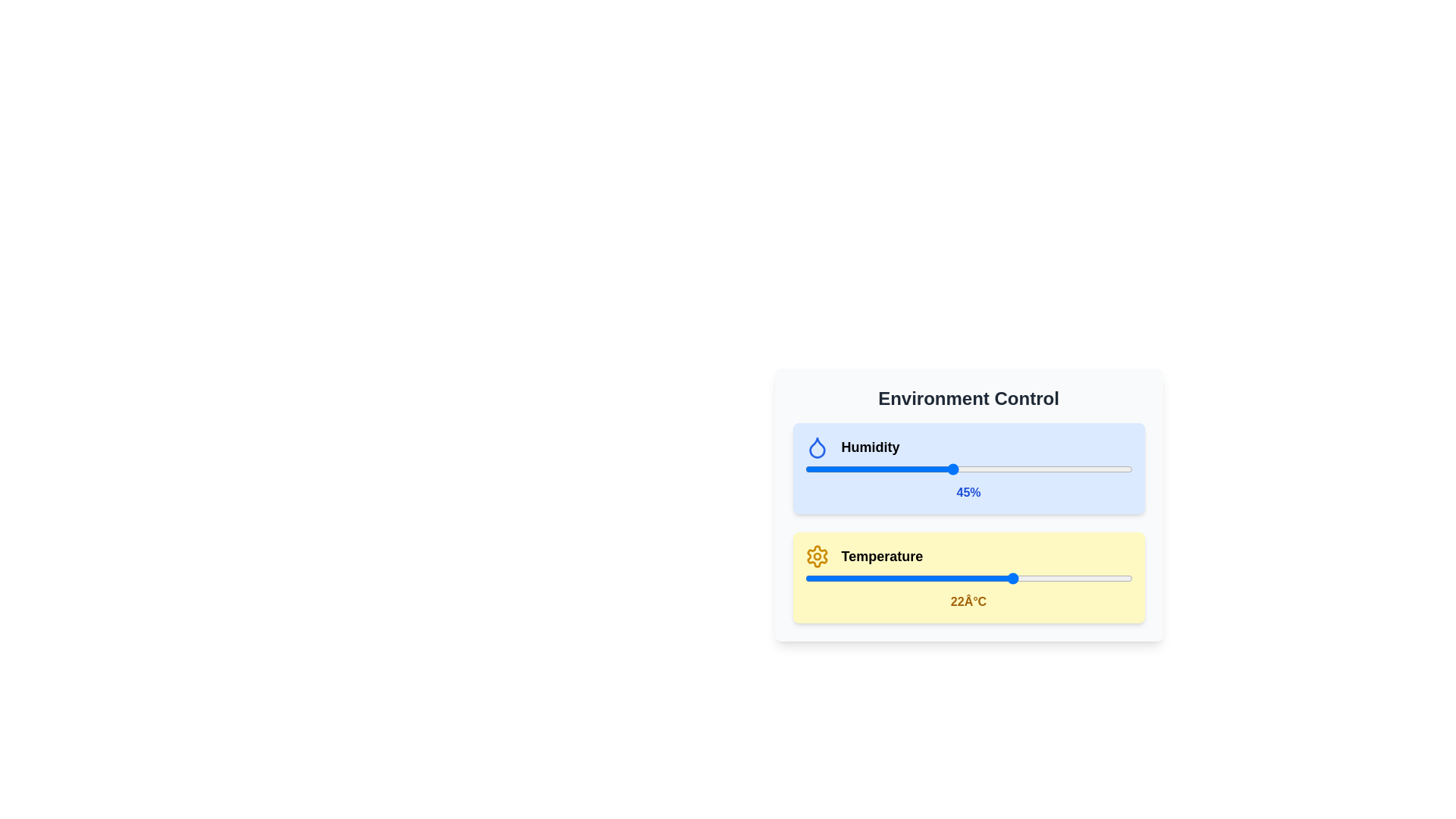  I want to click on the temperature slider to set the temperature to -5 degrees Celsius, so click(836, 579).